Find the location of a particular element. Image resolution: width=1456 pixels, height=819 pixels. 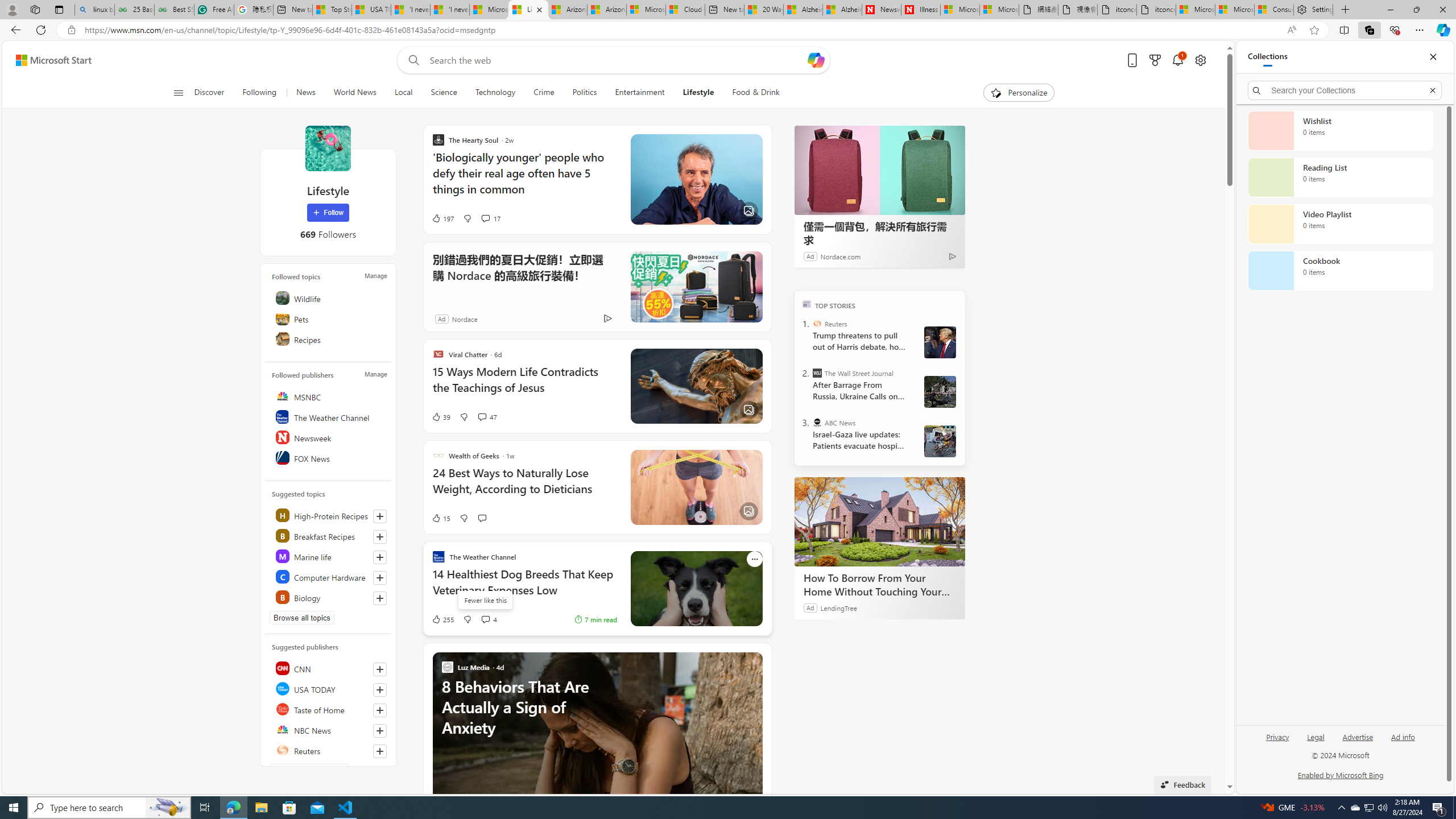

'Reading List collection, 0 items' is located at coordinates (1340, 176).